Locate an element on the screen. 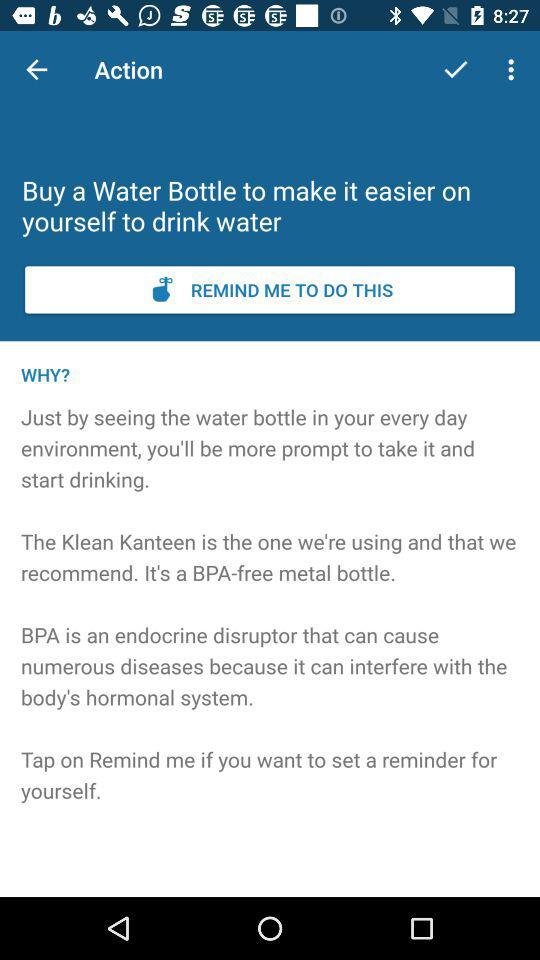  icon next to the action icon is located at coordinates (455, 69).